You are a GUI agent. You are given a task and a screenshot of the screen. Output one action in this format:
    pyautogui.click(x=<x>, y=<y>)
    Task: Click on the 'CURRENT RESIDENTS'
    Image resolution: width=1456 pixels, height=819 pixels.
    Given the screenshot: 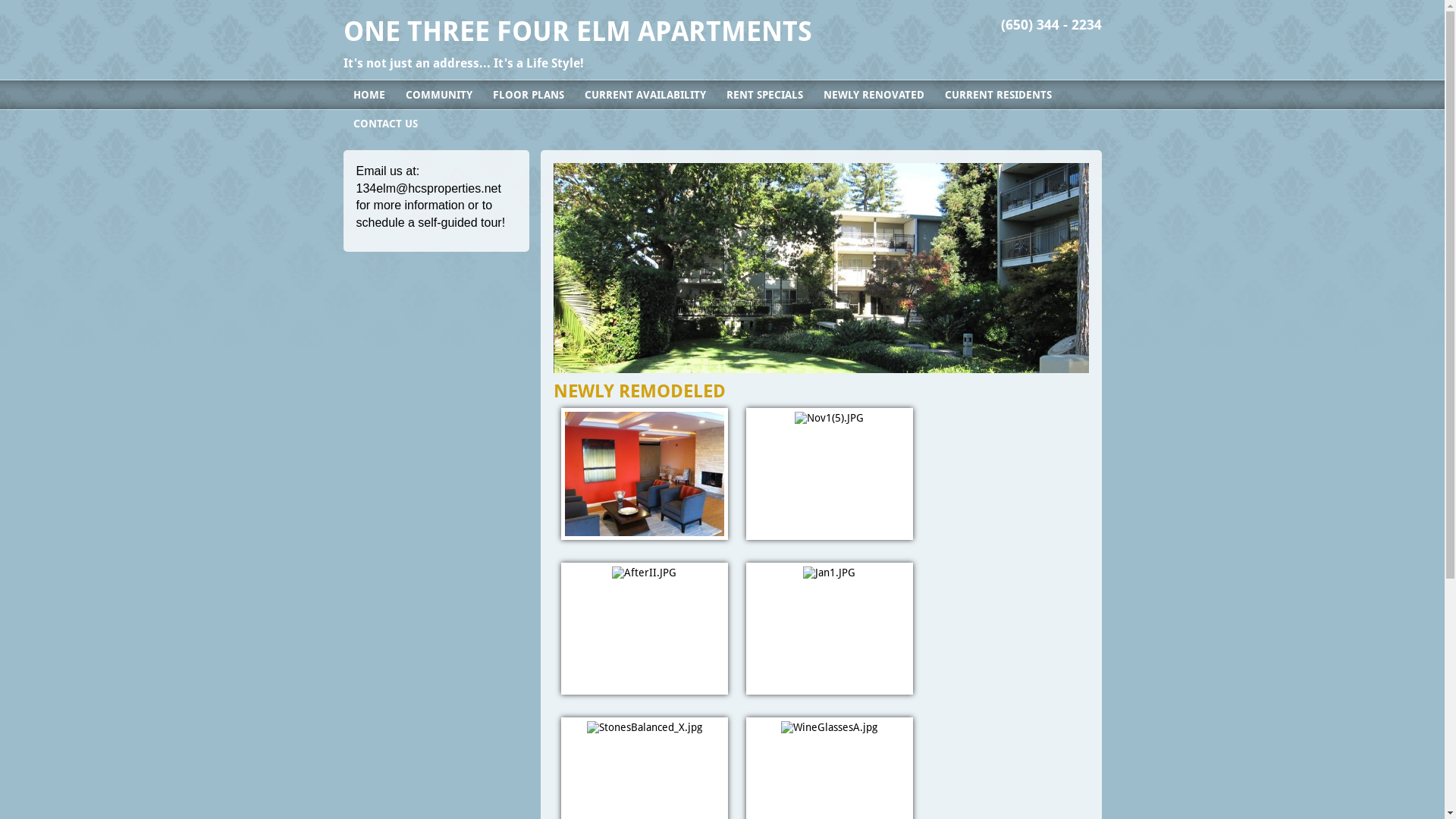 What is the action you would take?
    pyautogui.click(x=997, y=94)
    